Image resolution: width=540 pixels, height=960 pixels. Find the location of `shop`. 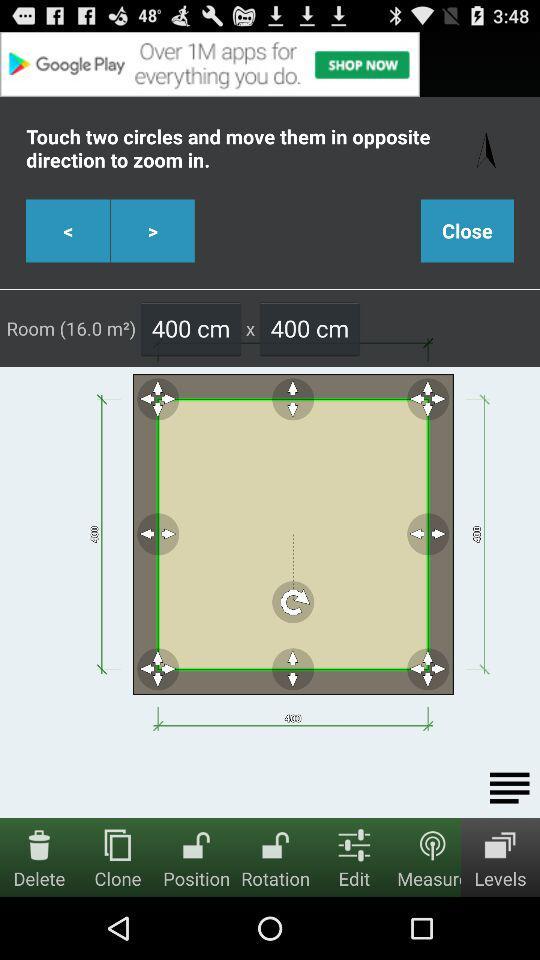

shop is located at coordinates (270, 64).